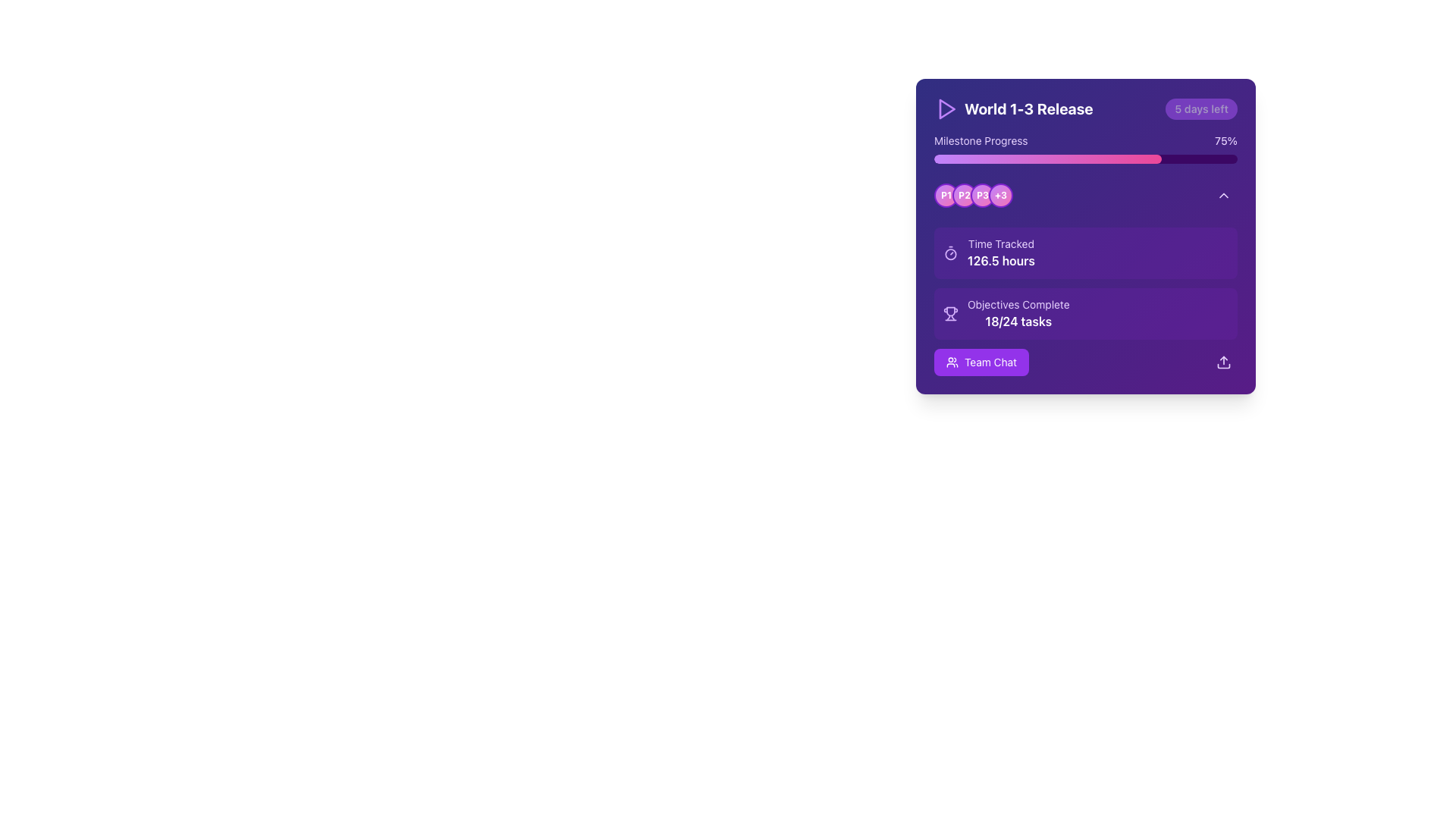 This screenshot has width=1456, height=819. I want to click on the static text label that displays 'Objectives Complete', which is styled in a small muted purple font, located within a purple card interface above the text '18/24 tasks', so click(1018, 304).